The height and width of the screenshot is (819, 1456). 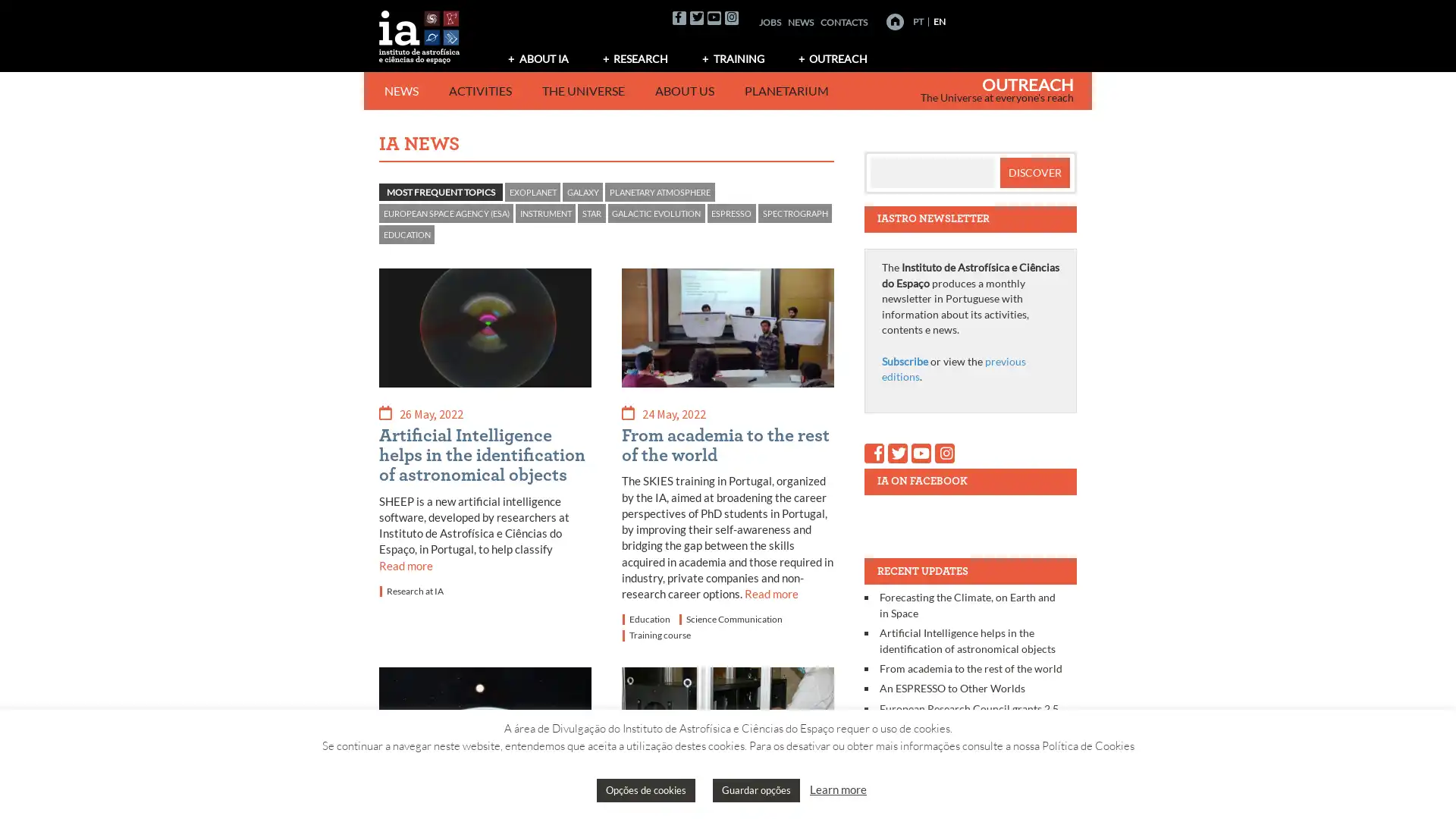 What do you see at coordinates (645, 789) in the screenshot?
I see `Opcoes de cookies` at bounding box center [645, 789].